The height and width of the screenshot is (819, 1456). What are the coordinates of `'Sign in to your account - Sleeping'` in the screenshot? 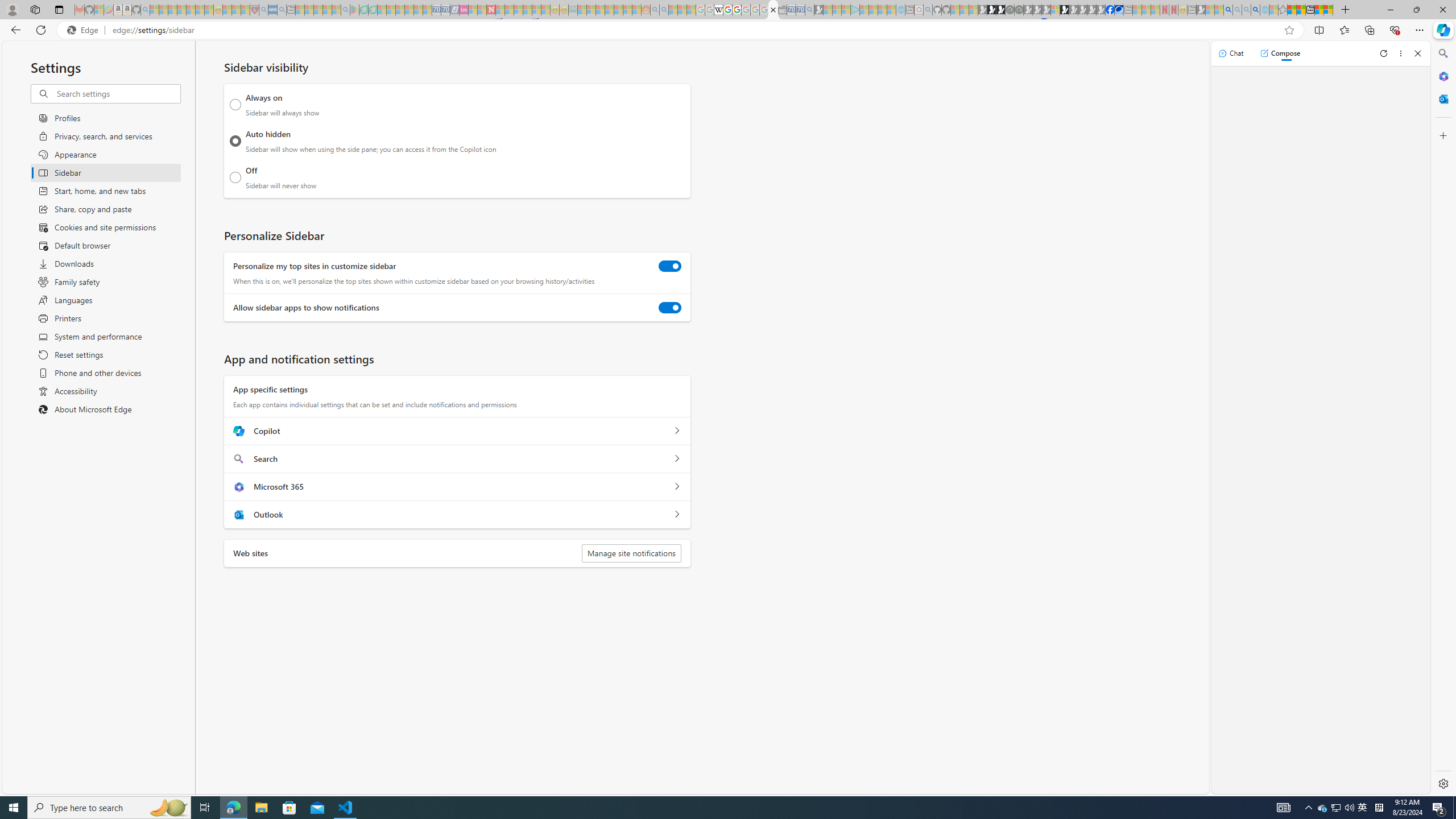 It's located at (1054, 9).